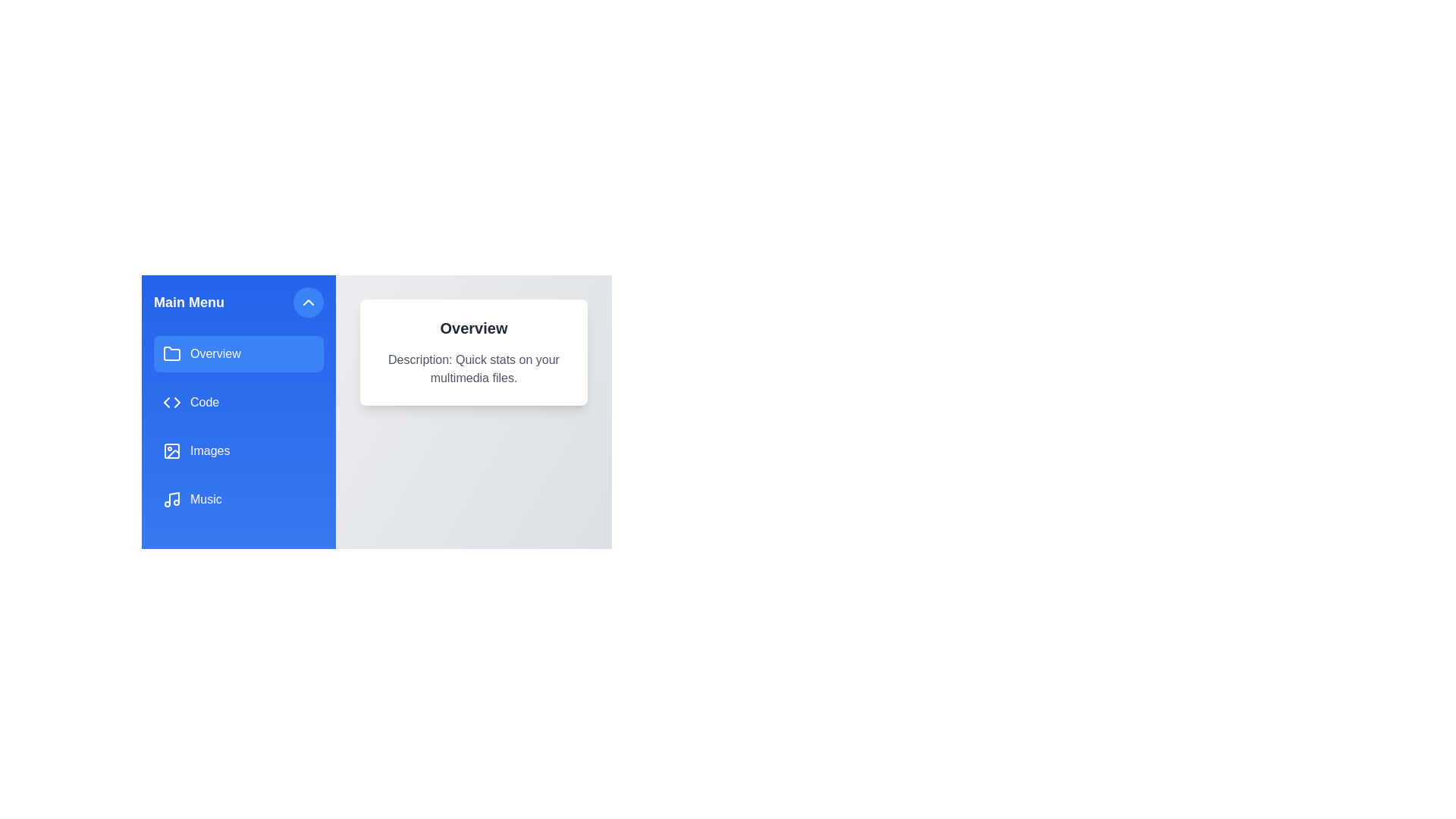  What do you see at coordinates (308, 302) in the screenshot?
I see `the chevron-shaped icon with a blue background located at the top-right corner of the vertical navigation menu` at bounding box center [308, 302].